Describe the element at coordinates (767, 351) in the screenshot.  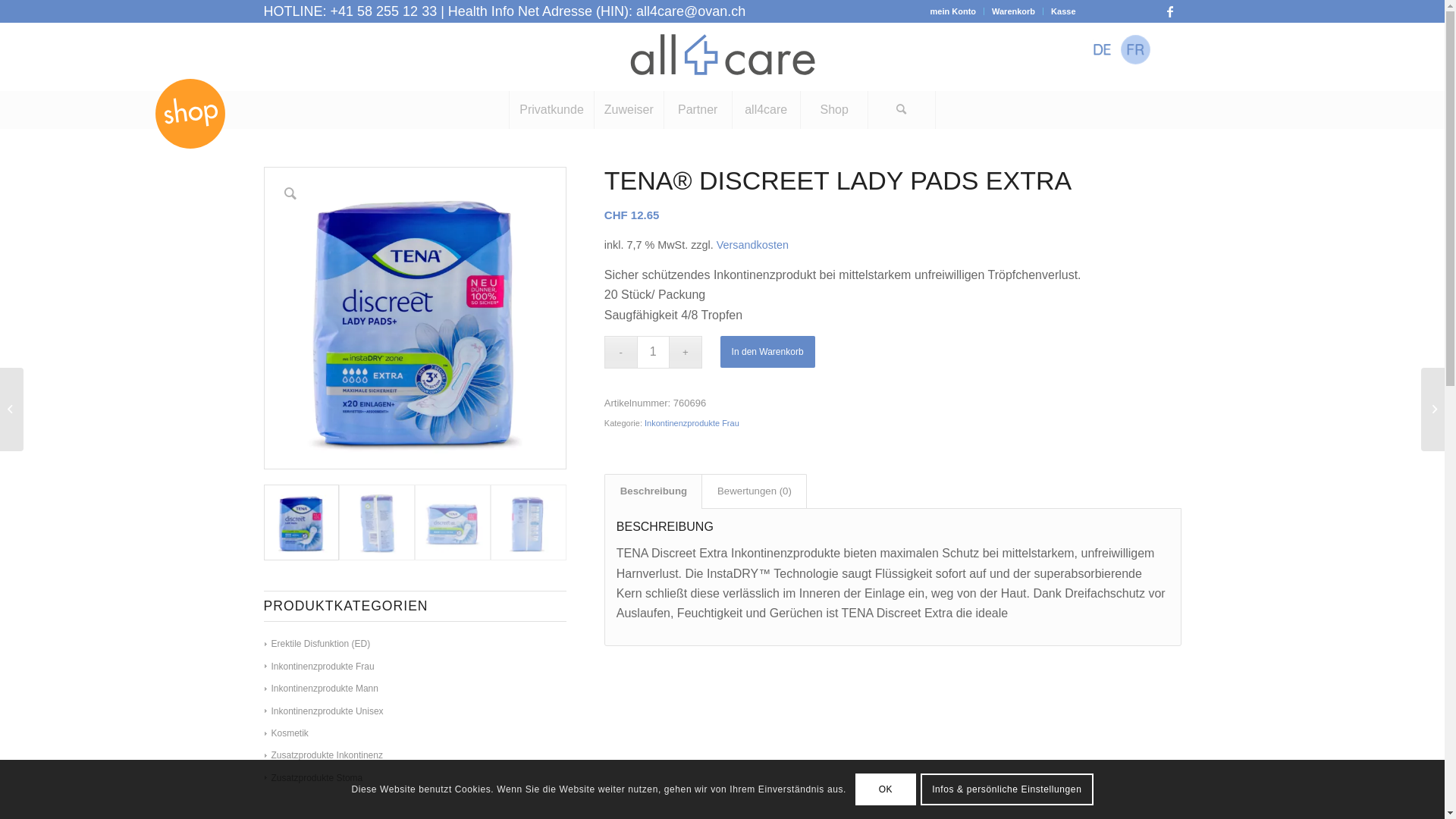
I see `'In den Warenkorb'` at that location.